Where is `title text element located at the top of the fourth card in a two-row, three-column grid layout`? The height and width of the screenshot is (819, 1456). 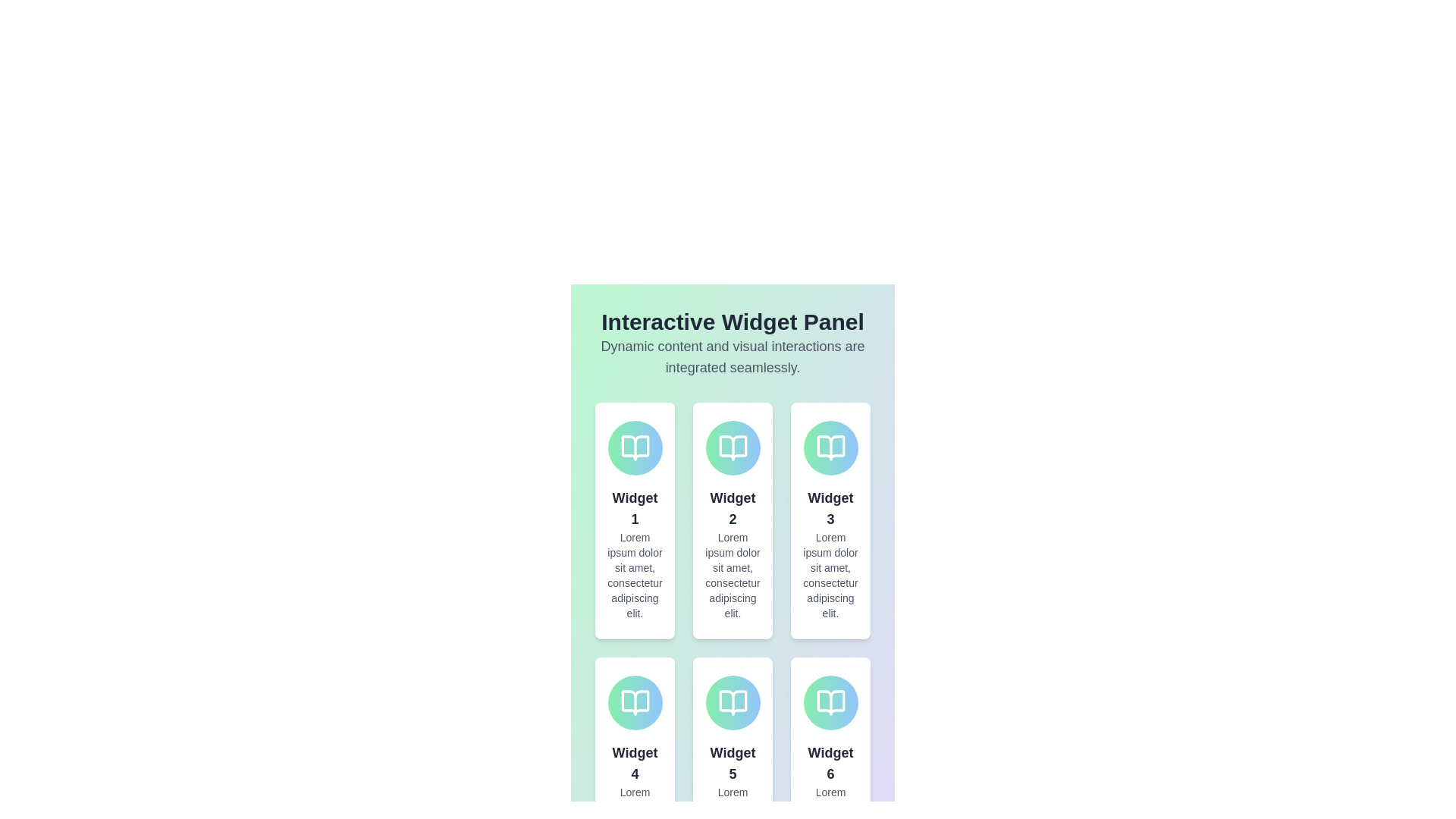
title text element located at the top of the fourth card in a two-row, three-column grid layout is located at coordinates (635, 763).